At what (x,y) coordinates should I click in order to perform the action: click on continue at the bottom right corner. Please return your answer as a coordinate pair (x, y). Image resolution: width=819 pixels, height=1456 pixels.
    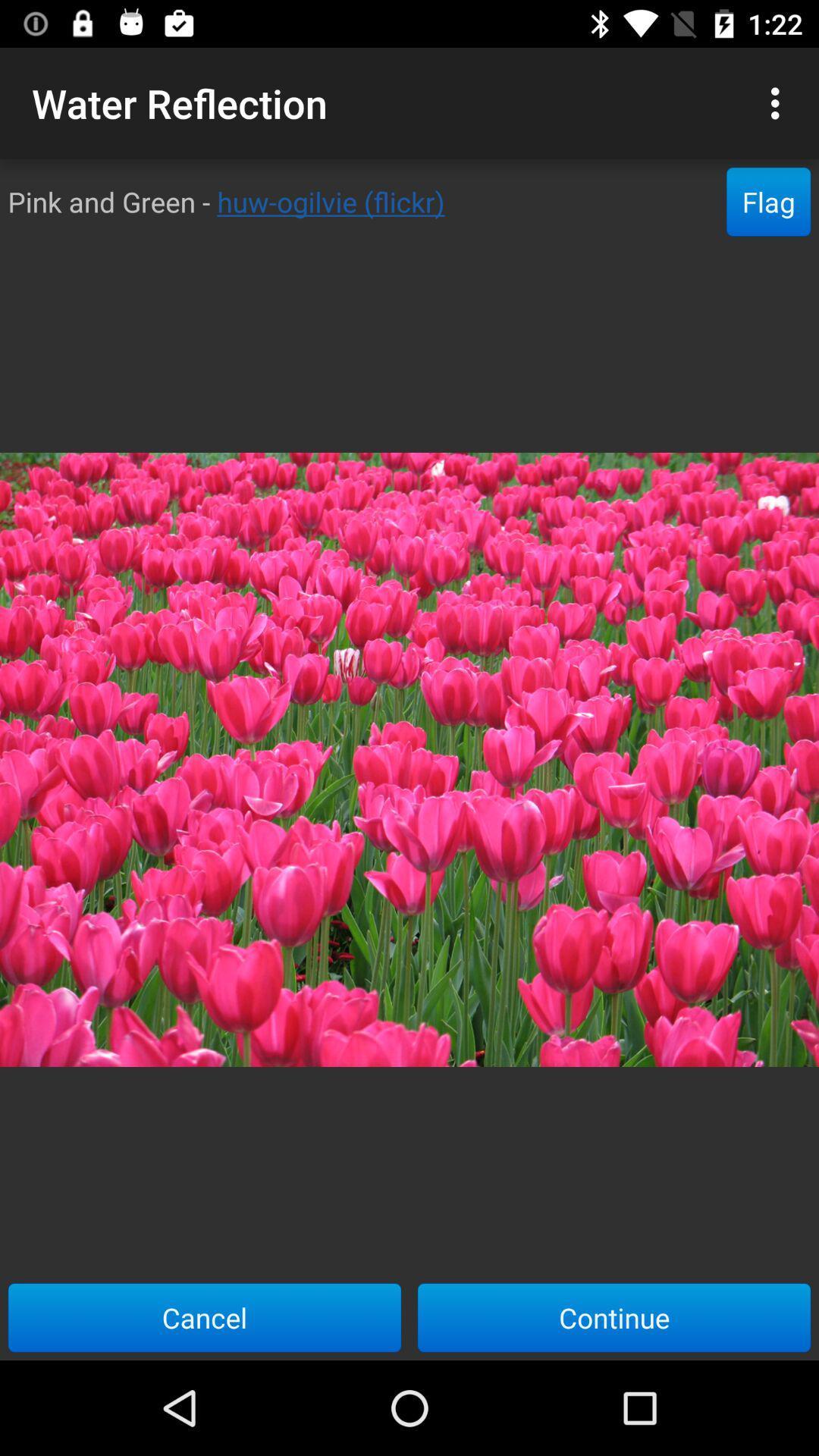
    Looking at the image, I should click on (614, 1316).